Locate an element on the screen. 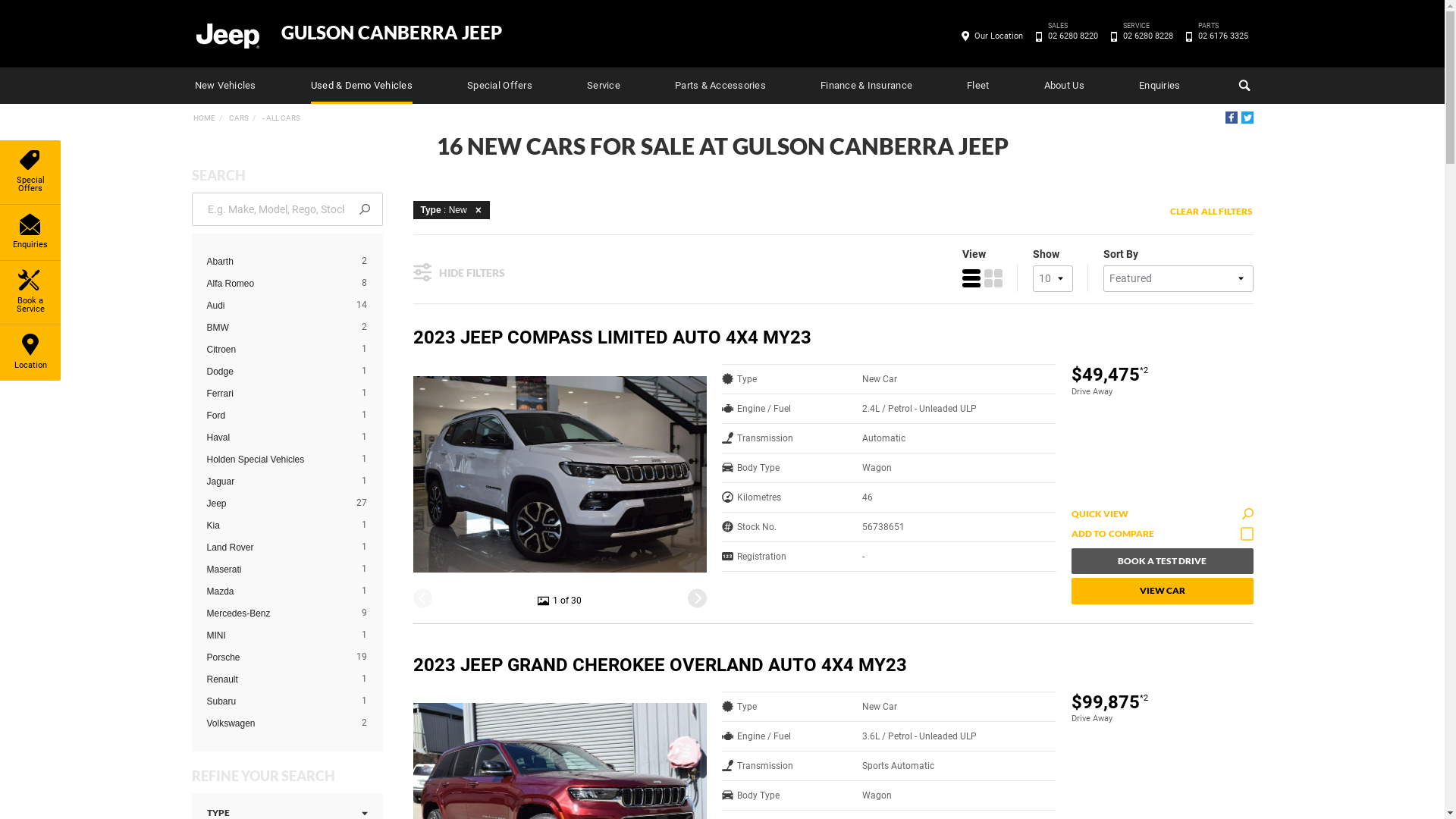 Image resolution: width=1456 pixels, height=819 pixels. 'Facebook' is located at coordinates (1231, 116).